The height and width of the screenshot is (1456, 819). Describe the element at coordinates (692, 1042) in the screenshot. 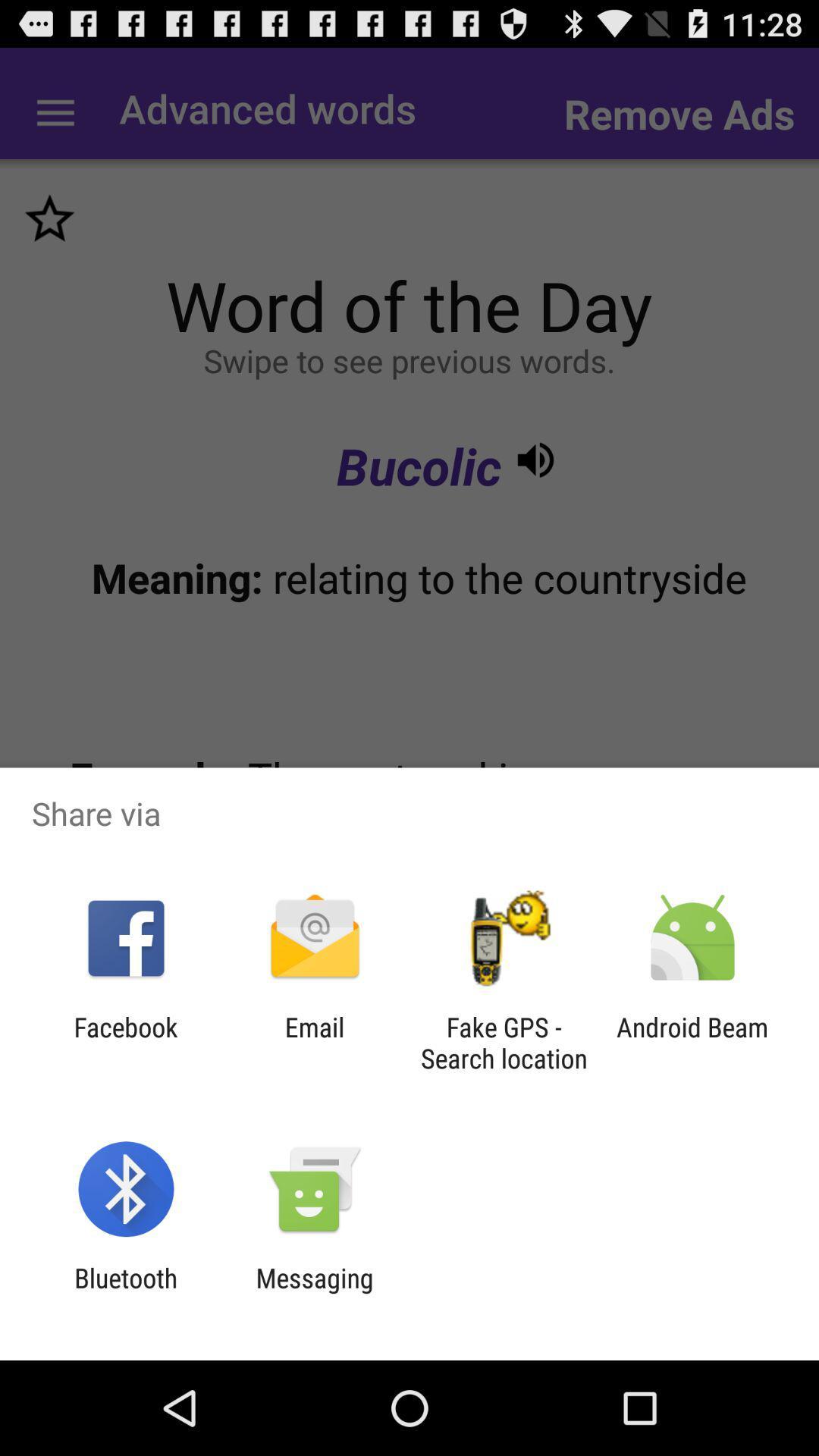

I see `item at the bottom right corner` at that location.